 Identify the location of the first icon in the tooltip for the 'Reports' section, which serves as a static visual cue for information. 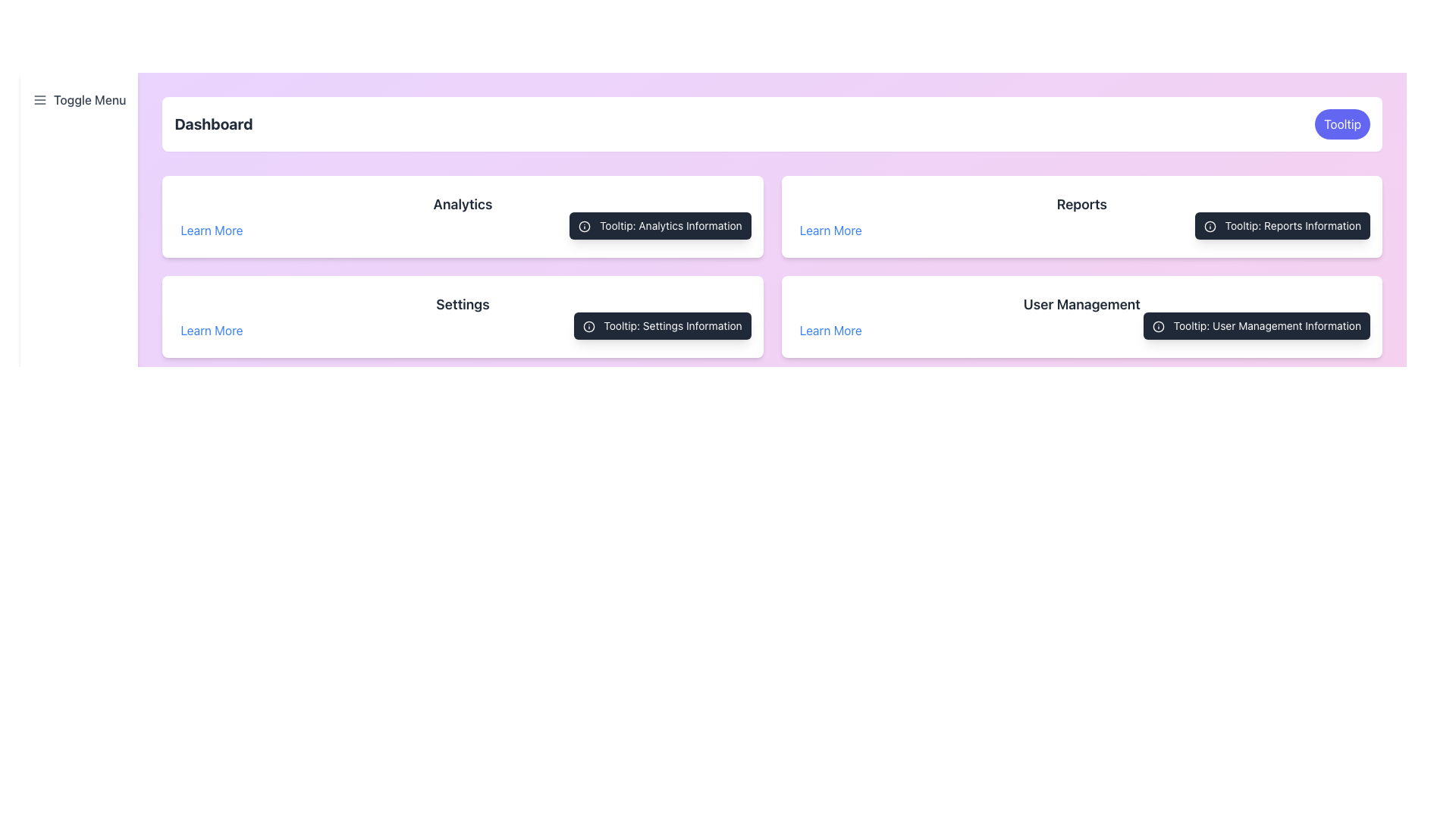
(1209, 227).